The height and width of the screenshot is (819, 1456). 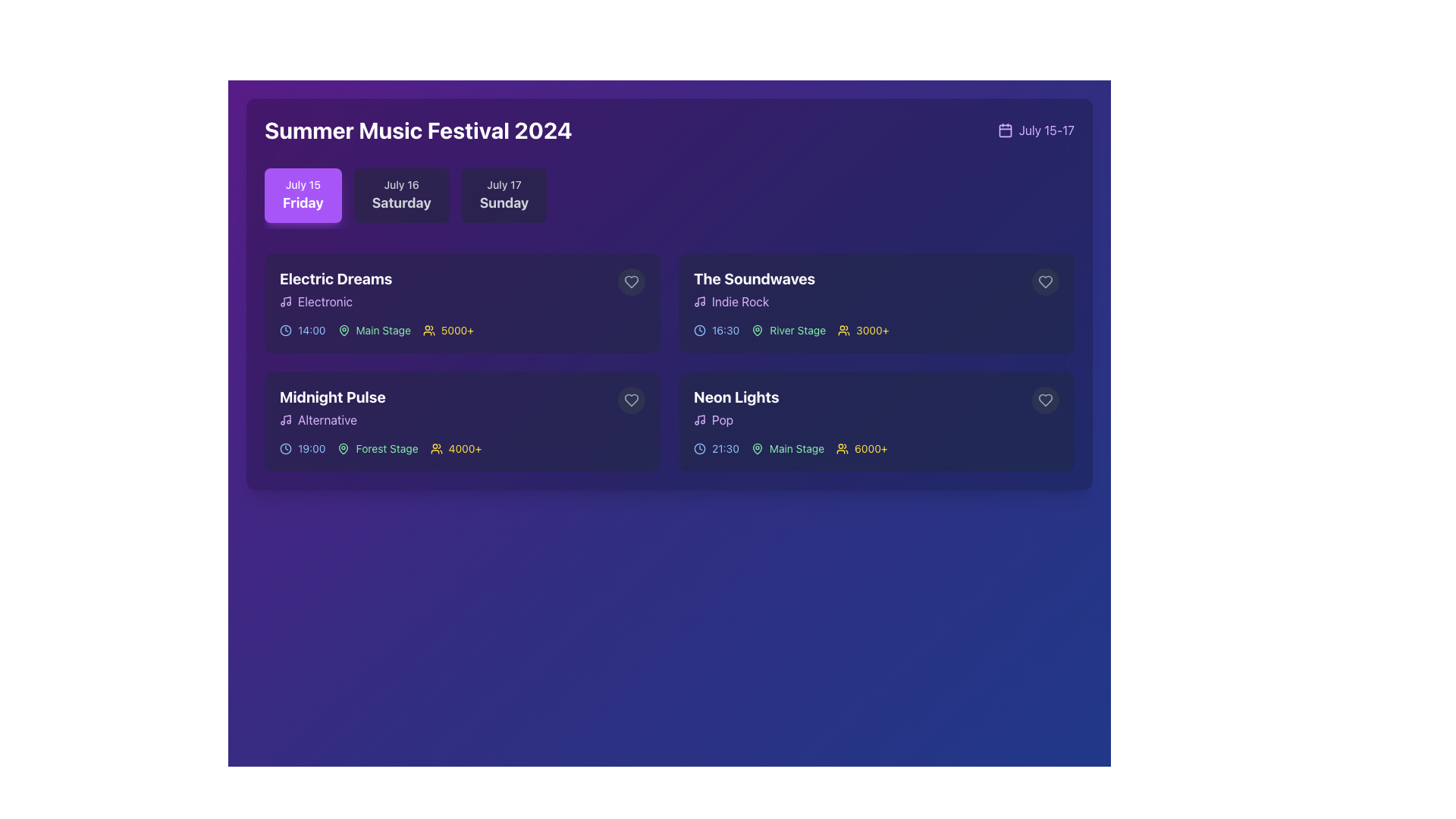 What do you see at coordinates (757, 447) in the screenshot?
I see `the map pin icon adjacent to the 'Main Stage' text in the second row, second column card of the 'Neon Lights' event listing` at bounding box center [757, 447].